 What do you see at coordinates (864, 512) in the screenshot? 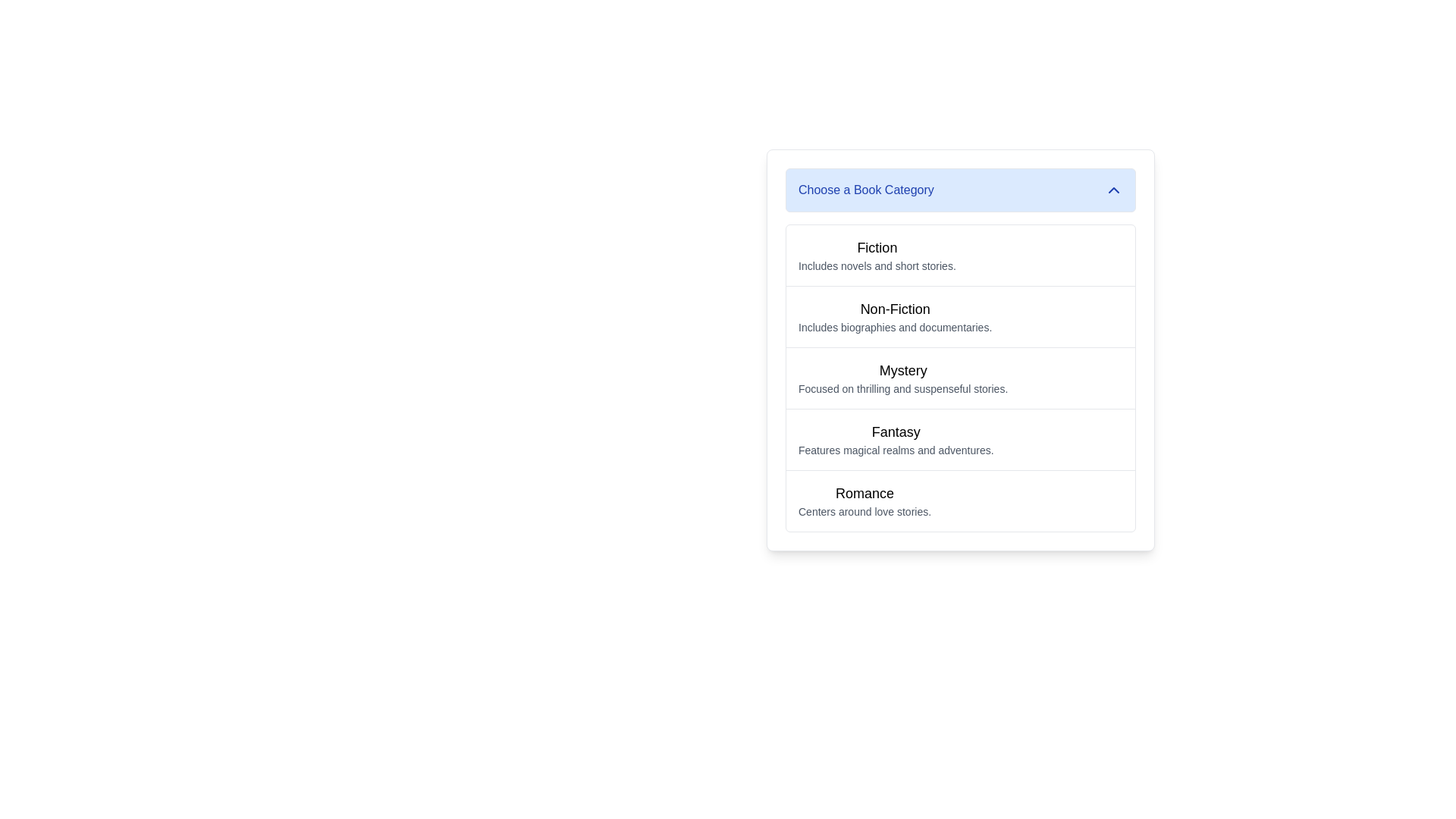
I see `the text label that describes the 'Romance' category, which is positioned directly below the 'Romance' header in the category list` at bounding box center [864, 512].